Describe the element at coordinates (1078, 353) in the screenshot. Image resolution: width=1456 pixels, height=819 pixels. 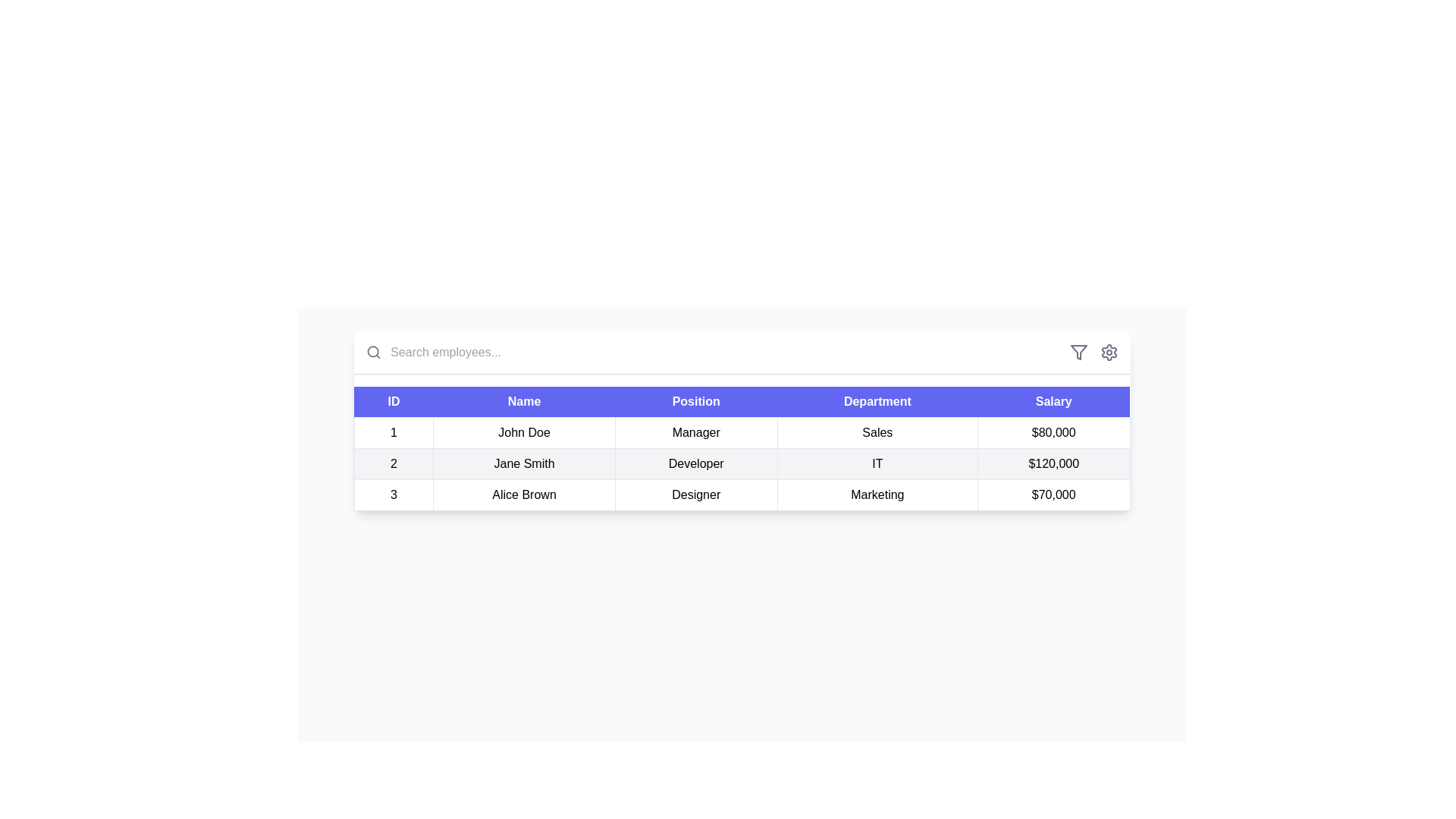
I see `the filter icon located in the top right corner of the user interface` at that location.